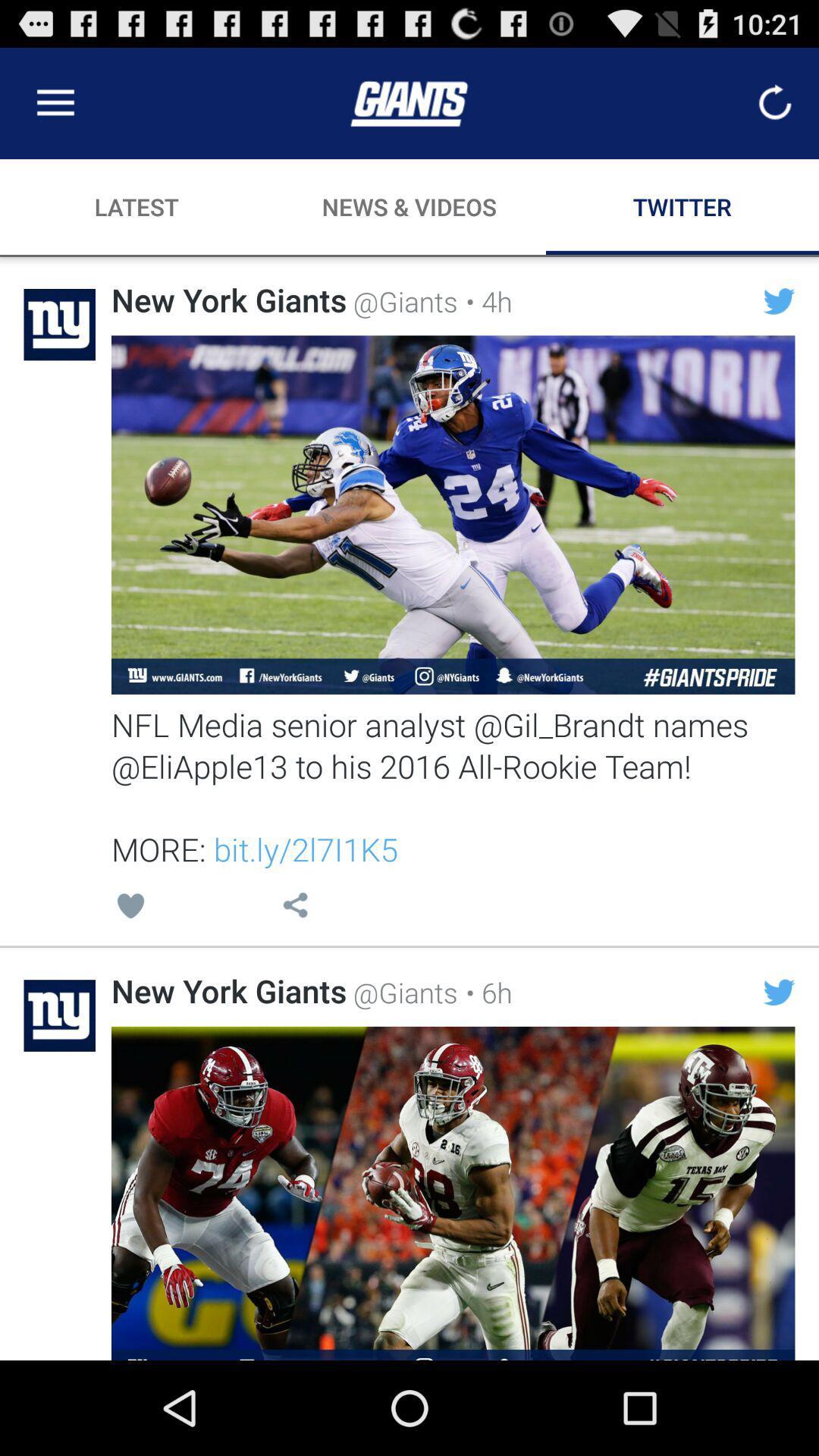 The height and width of the screenshot is (1456, 819). What do you see at coordinates (130, 908) in the screenshot?
I see `item above new york giants item` at bounding box center [130, 908].